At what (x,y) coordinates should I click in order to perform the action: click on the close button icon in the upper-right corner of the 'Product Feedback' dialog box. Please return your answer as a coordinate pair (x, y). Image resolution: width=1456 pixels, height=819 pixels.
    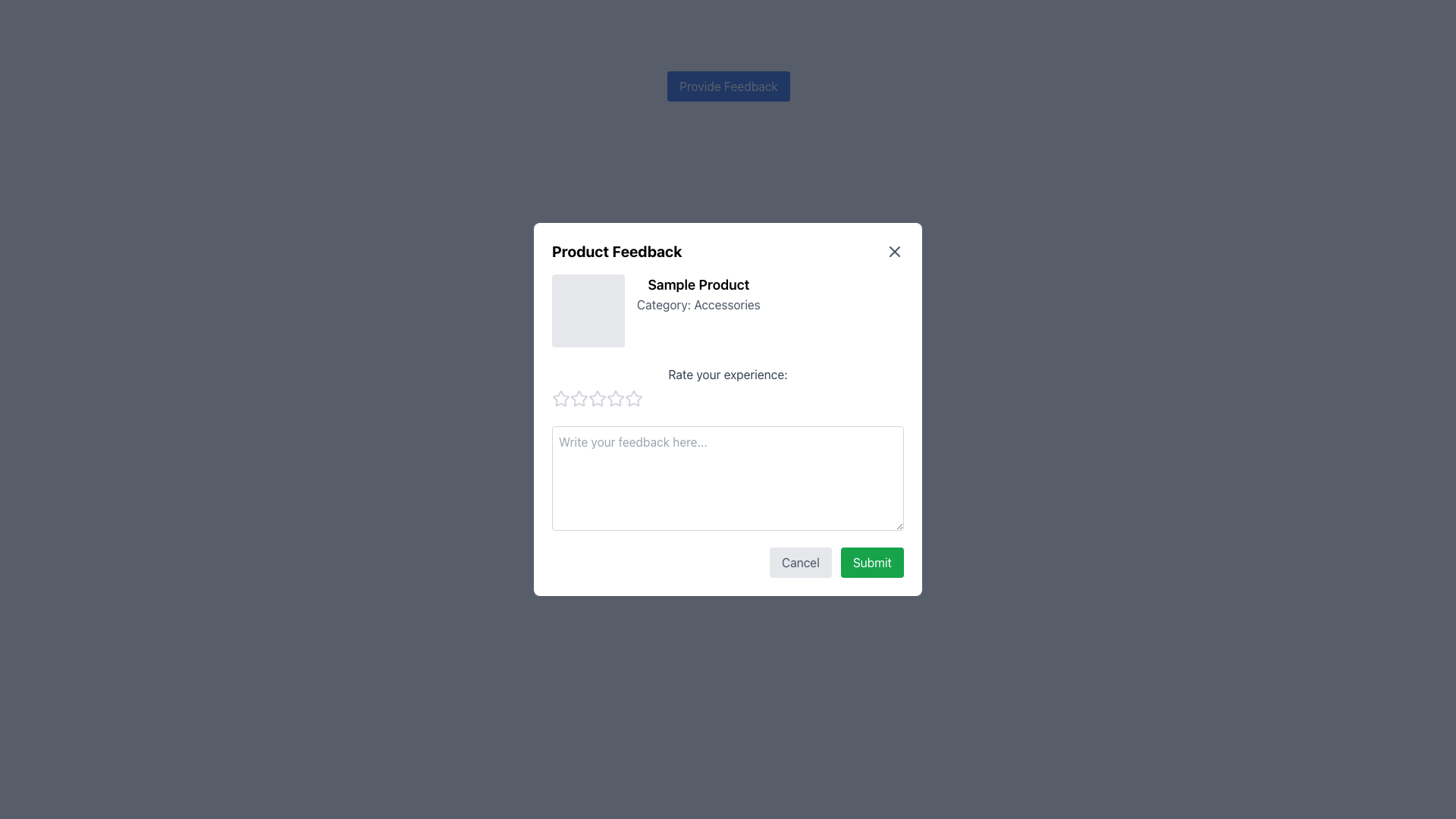
    Looking at the image, I should click on (895, 250).